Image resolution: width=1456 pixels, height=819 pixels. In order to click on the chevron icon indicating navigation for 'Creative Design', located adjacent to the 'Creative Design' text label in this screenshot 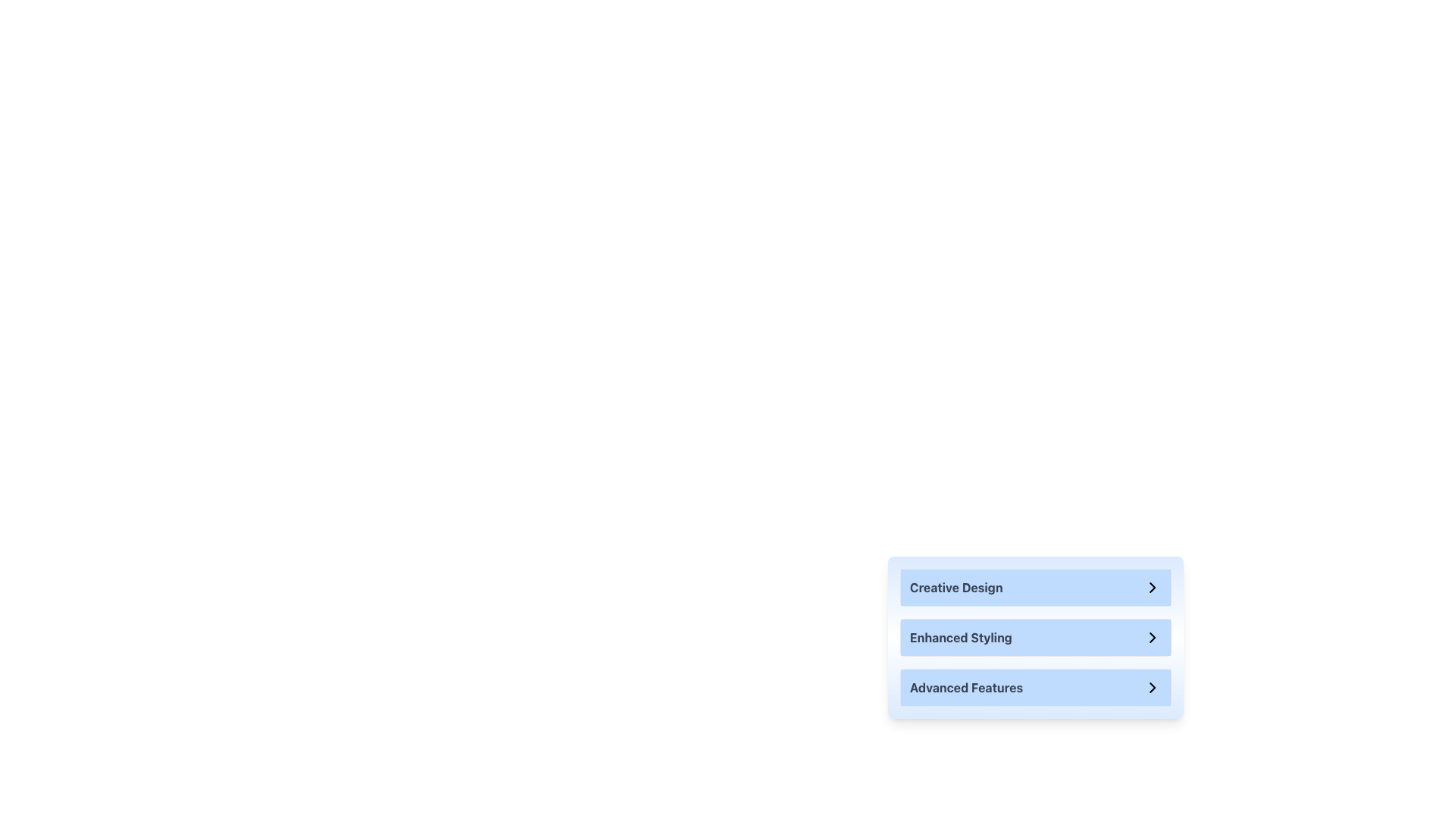, I will do `click(1153, 587)`.